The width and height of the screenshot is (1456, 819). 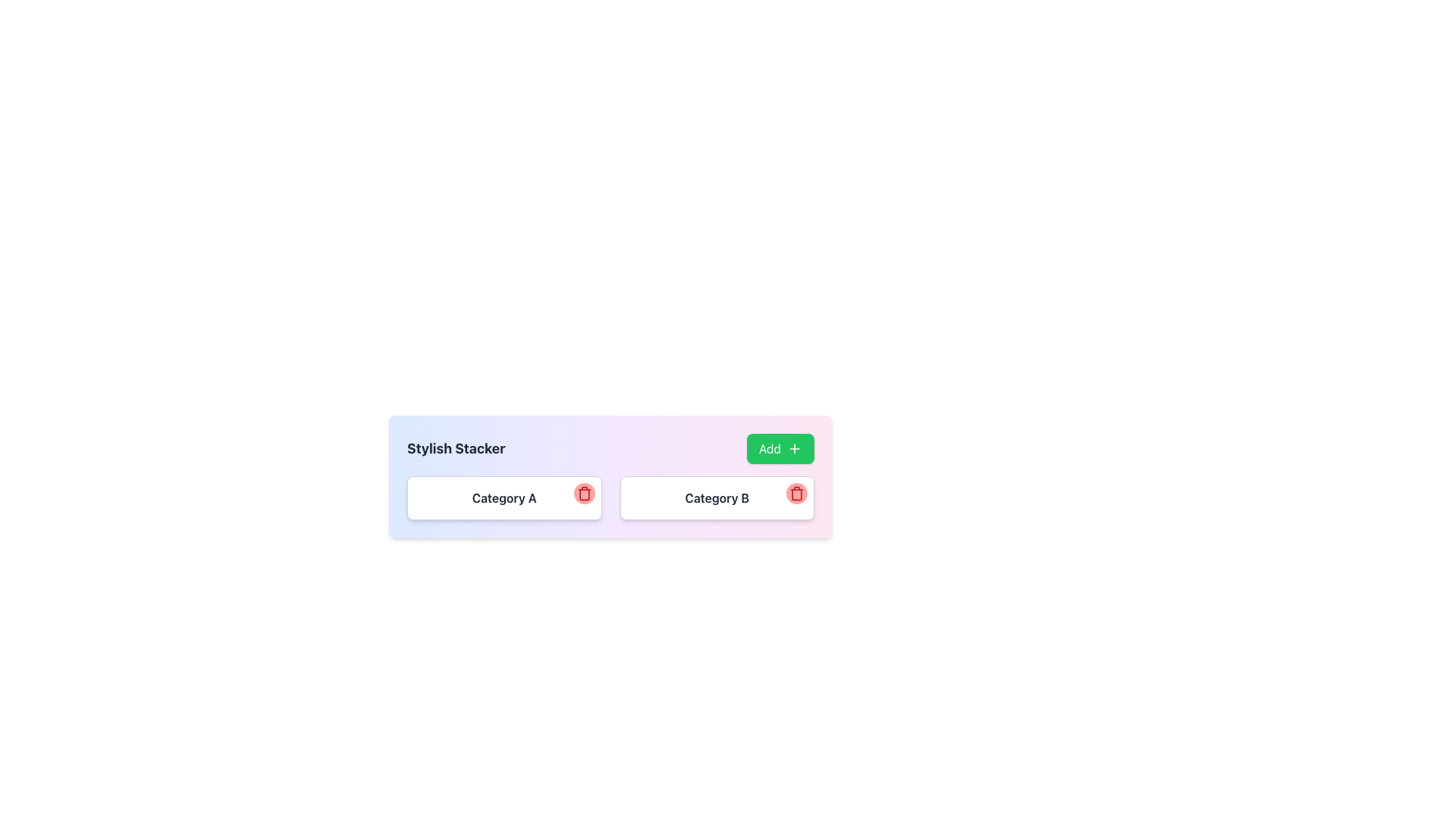 What do you see at coordinates (504, 497) in the screenshot?
I see `text of the Static Text element that serves as the category label for the associated group, located in the first rectangular section to the left of the trashcan icon` at bounding box center [504, 497].